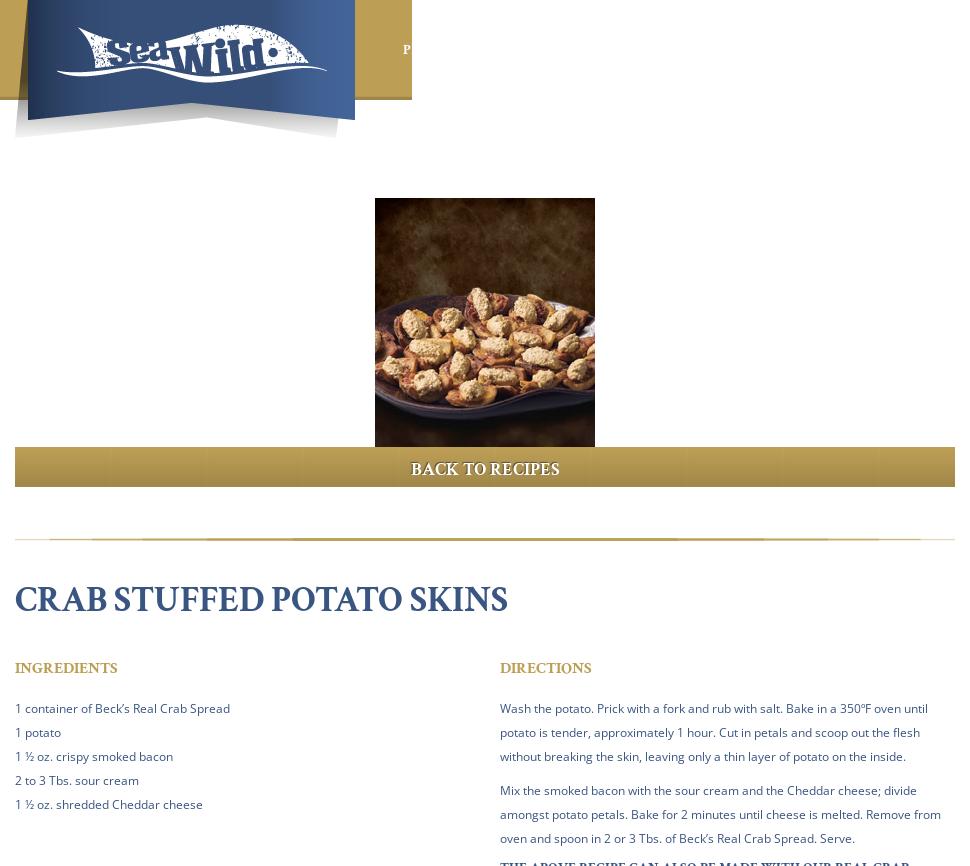  What do you see at coordinates (714, 730) in the screenshot?
I see `'Wash the potato. Prick with a fork and rub with salt. Bake in a 350ºF oven until potato is tender, approximately 1 hour. Cut in petals and scoop out the flesh without breaking the skin, leaving only a thin layer of potato on the inside.'` at bounding box center [714, 730].